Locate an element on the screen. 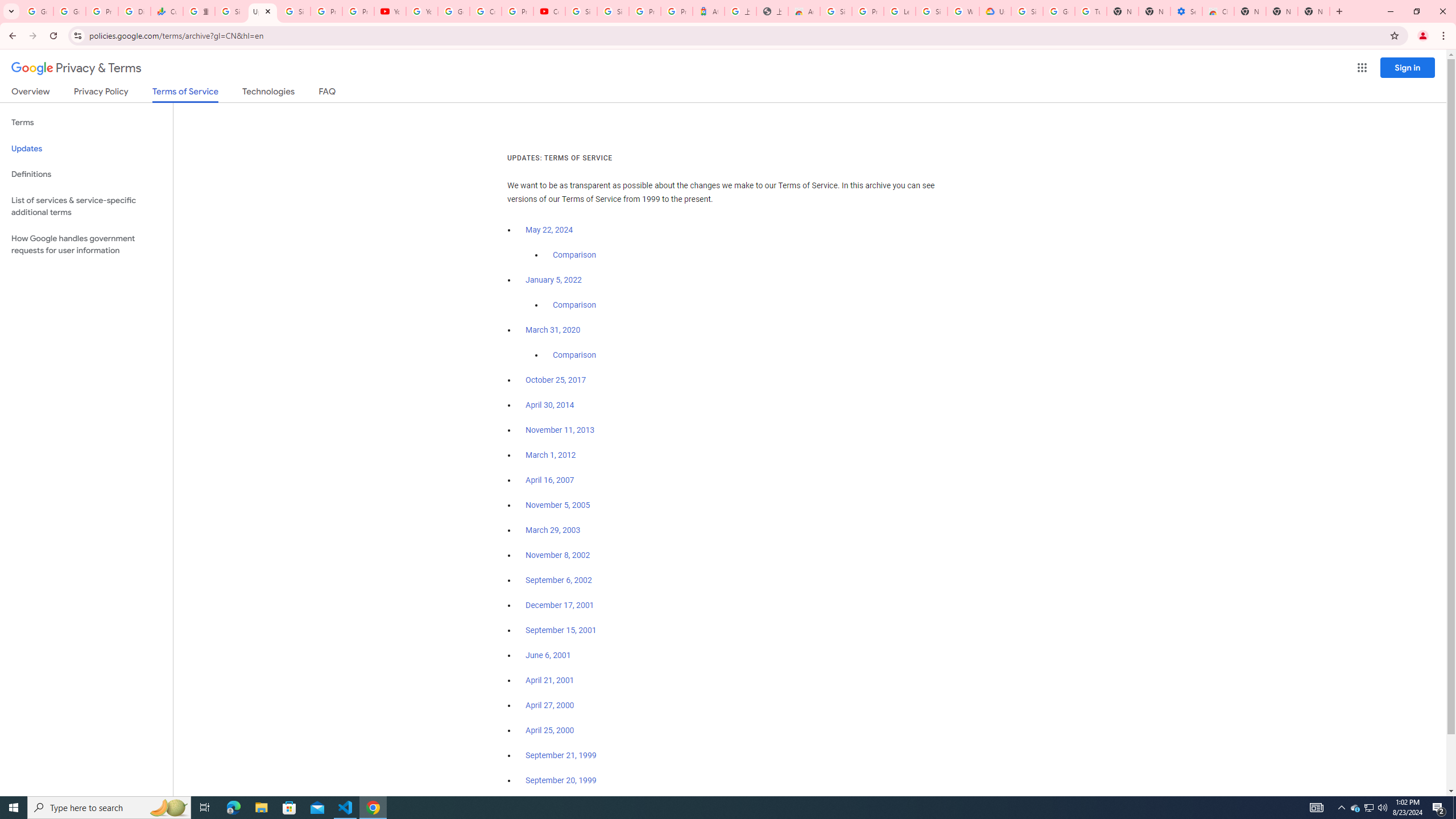 This screenshot has width=1456, height=819. 'Settings - Accessibility' is located at coordinates (1185, 11).